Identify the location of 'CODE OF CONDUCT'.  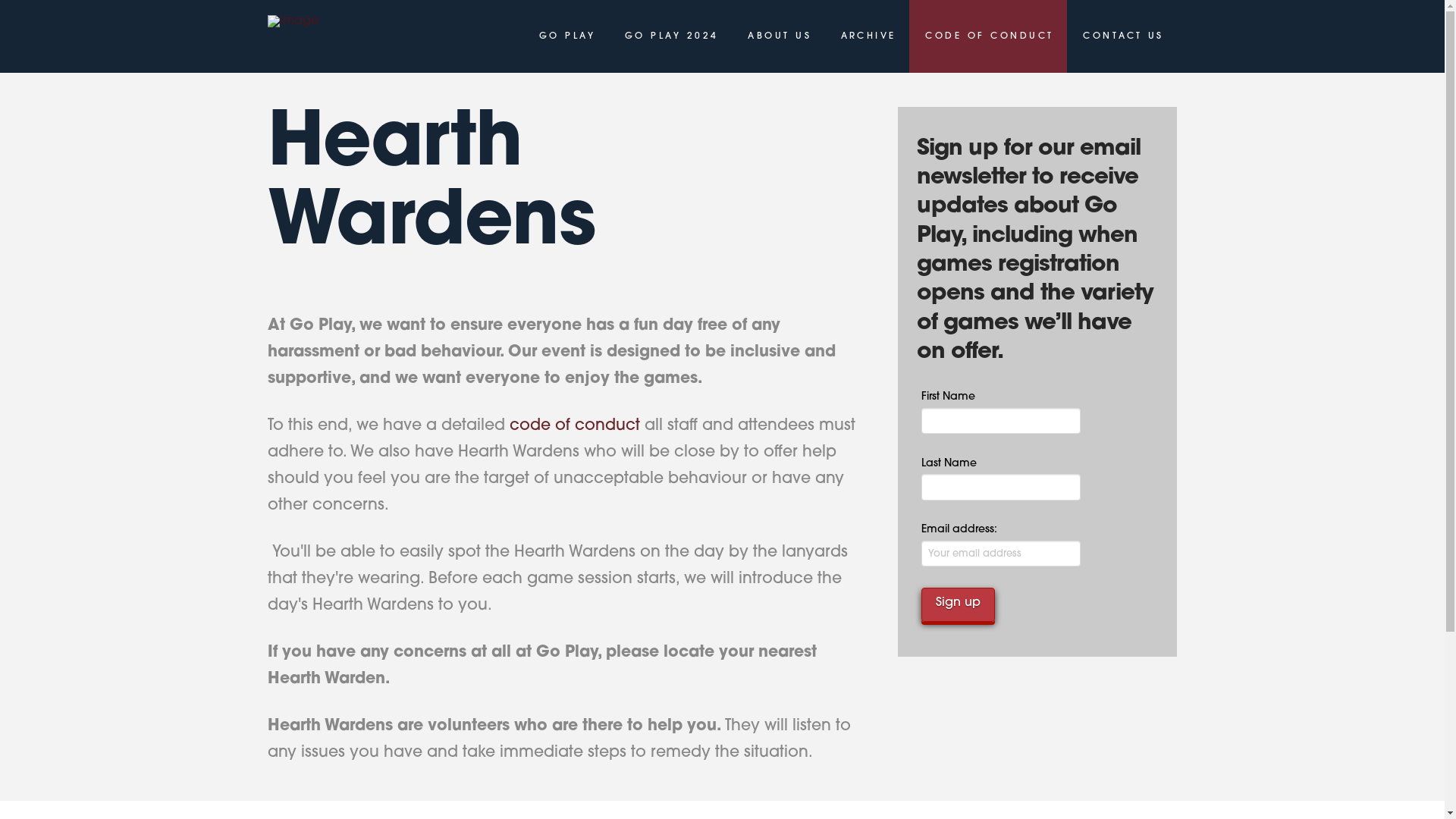
(987, 35).